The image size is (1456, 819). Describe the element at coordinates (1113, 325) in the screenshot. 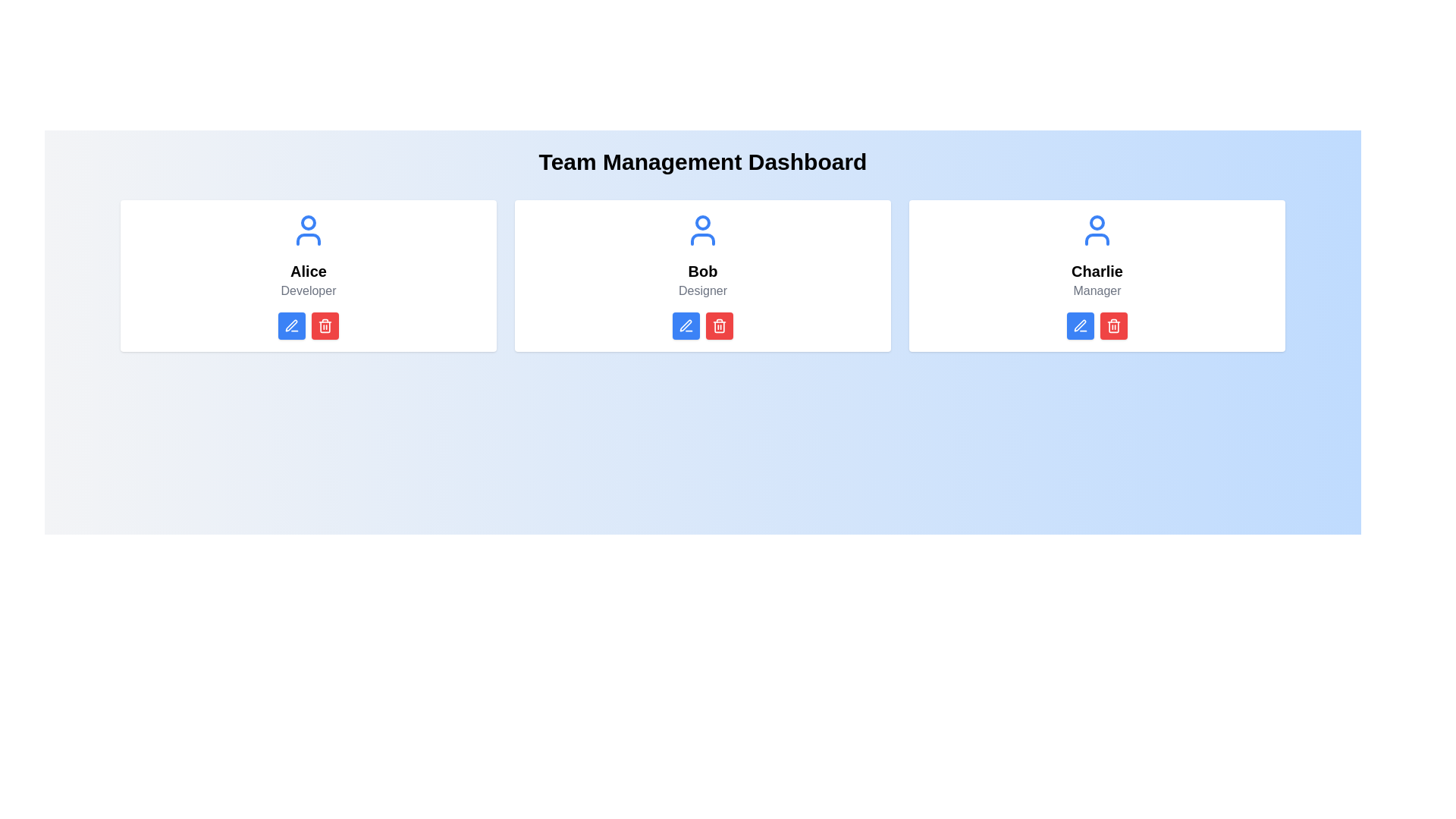

I see `the trash bin icon located within the red delete button on the third card labeled 'Charlie, Manager'` at that location.